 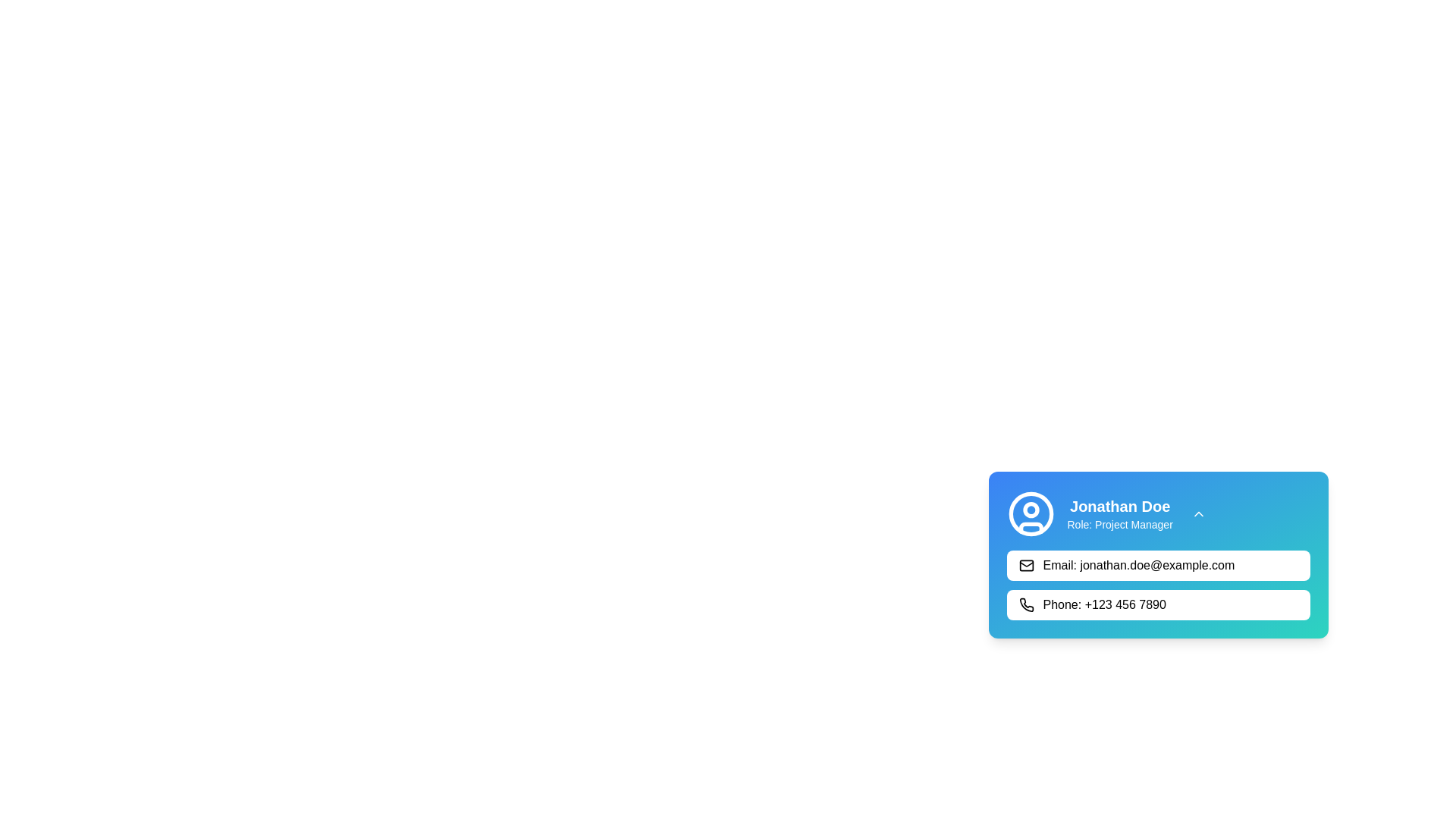 I want to click on the toggle button located at the top-right corner of the information card about 'Jonathan Doe', so click(x=1197, y=513).